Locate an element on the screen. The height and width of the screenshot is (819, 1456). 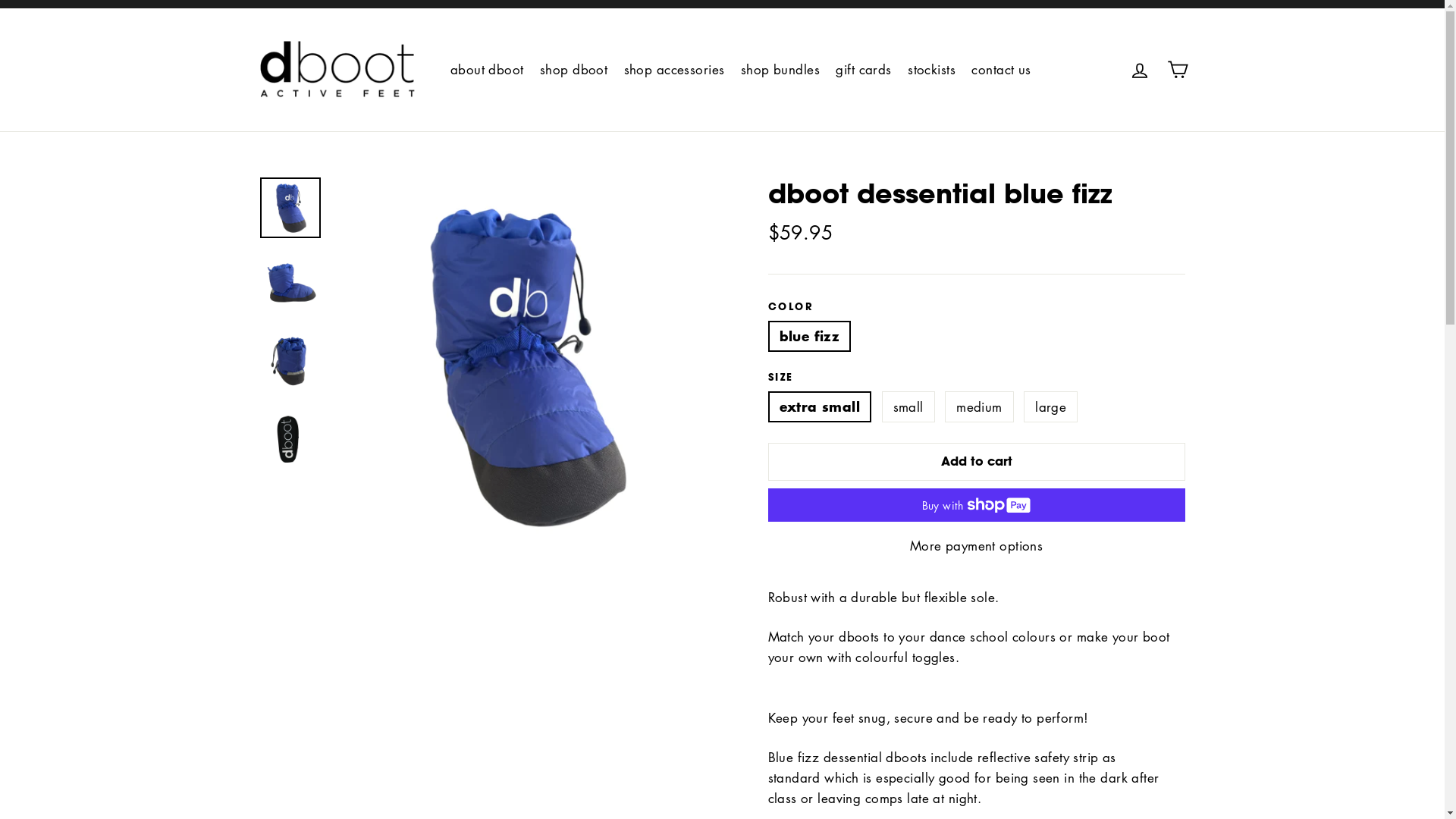
'Skip to content' is located at coordinates (0, 0).